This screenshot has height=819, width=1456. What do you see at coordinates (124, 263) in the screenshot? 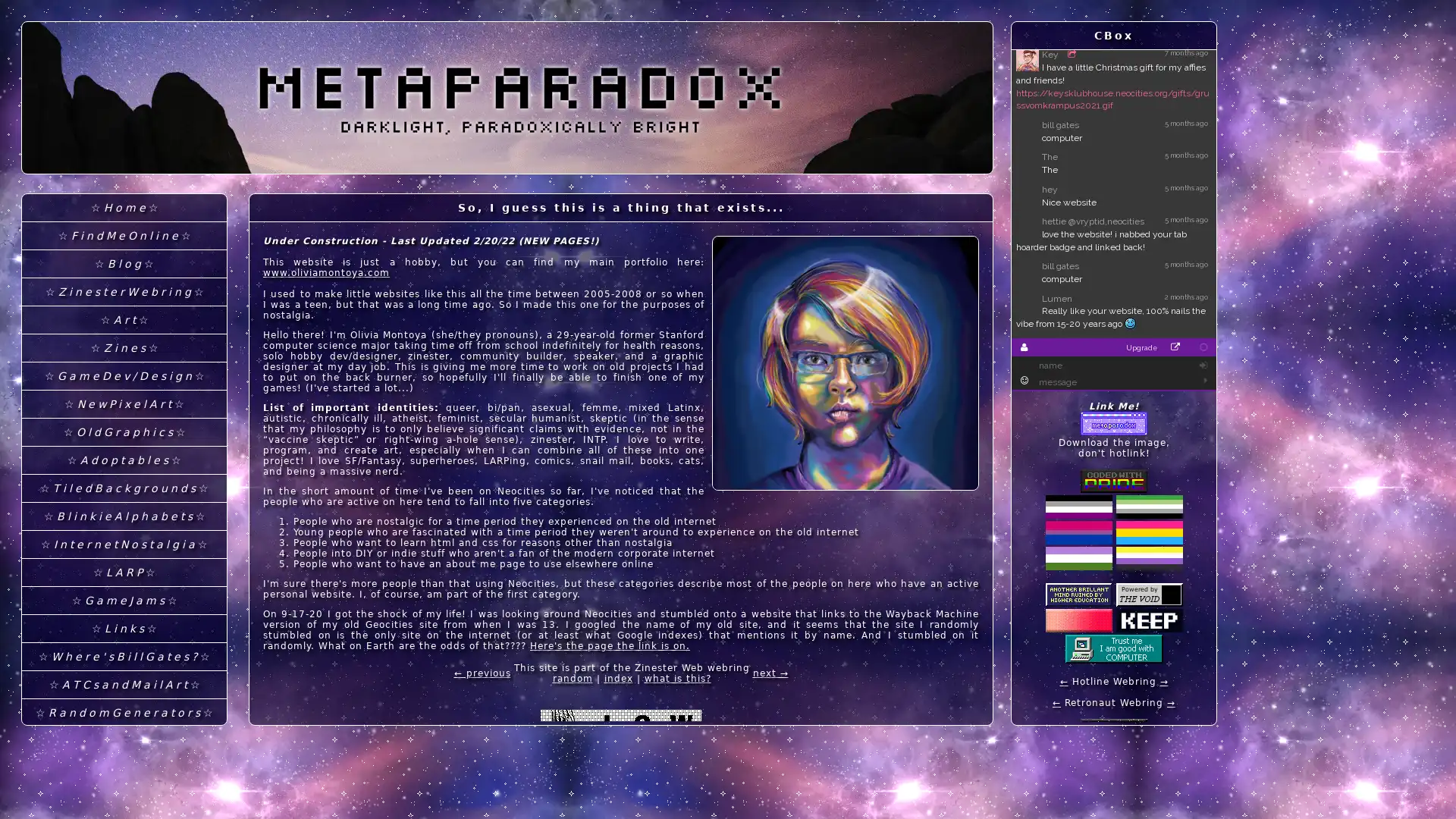
I see `B l o g` at bounding box center [124, 263].